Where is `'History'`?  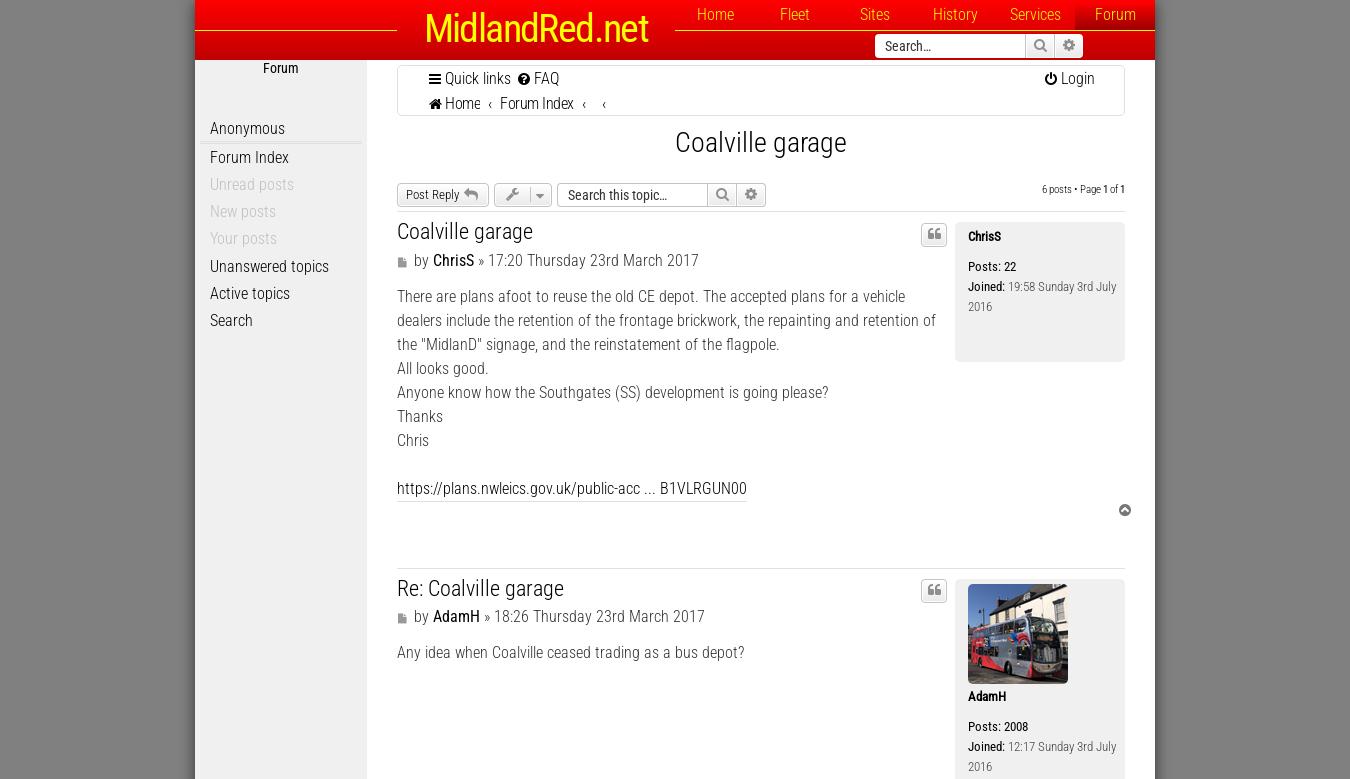 'History' is located at coordinates (953, 14).